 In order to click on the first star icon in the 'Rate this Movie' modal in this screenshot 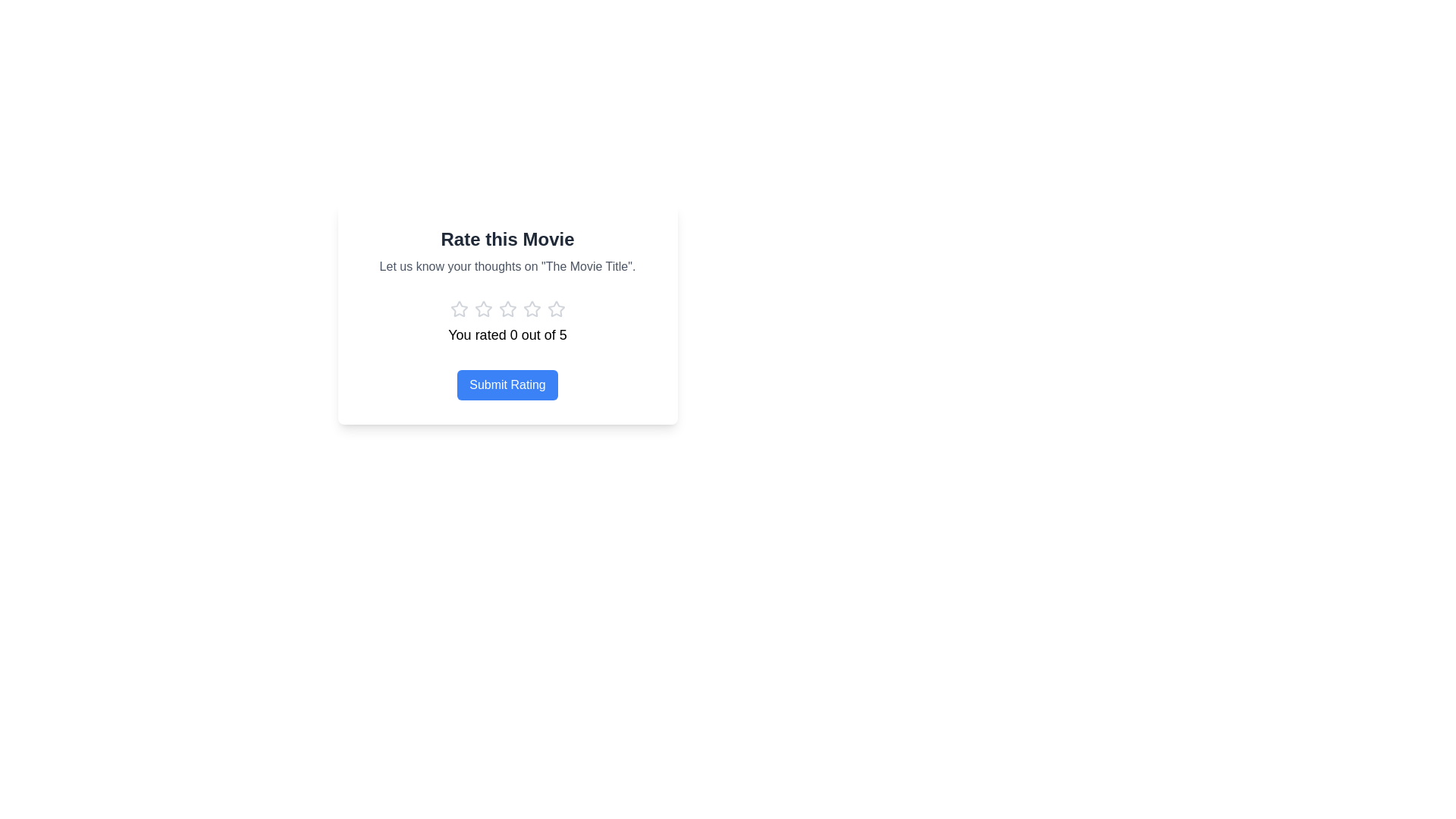, I will do `click(482, 308)`.